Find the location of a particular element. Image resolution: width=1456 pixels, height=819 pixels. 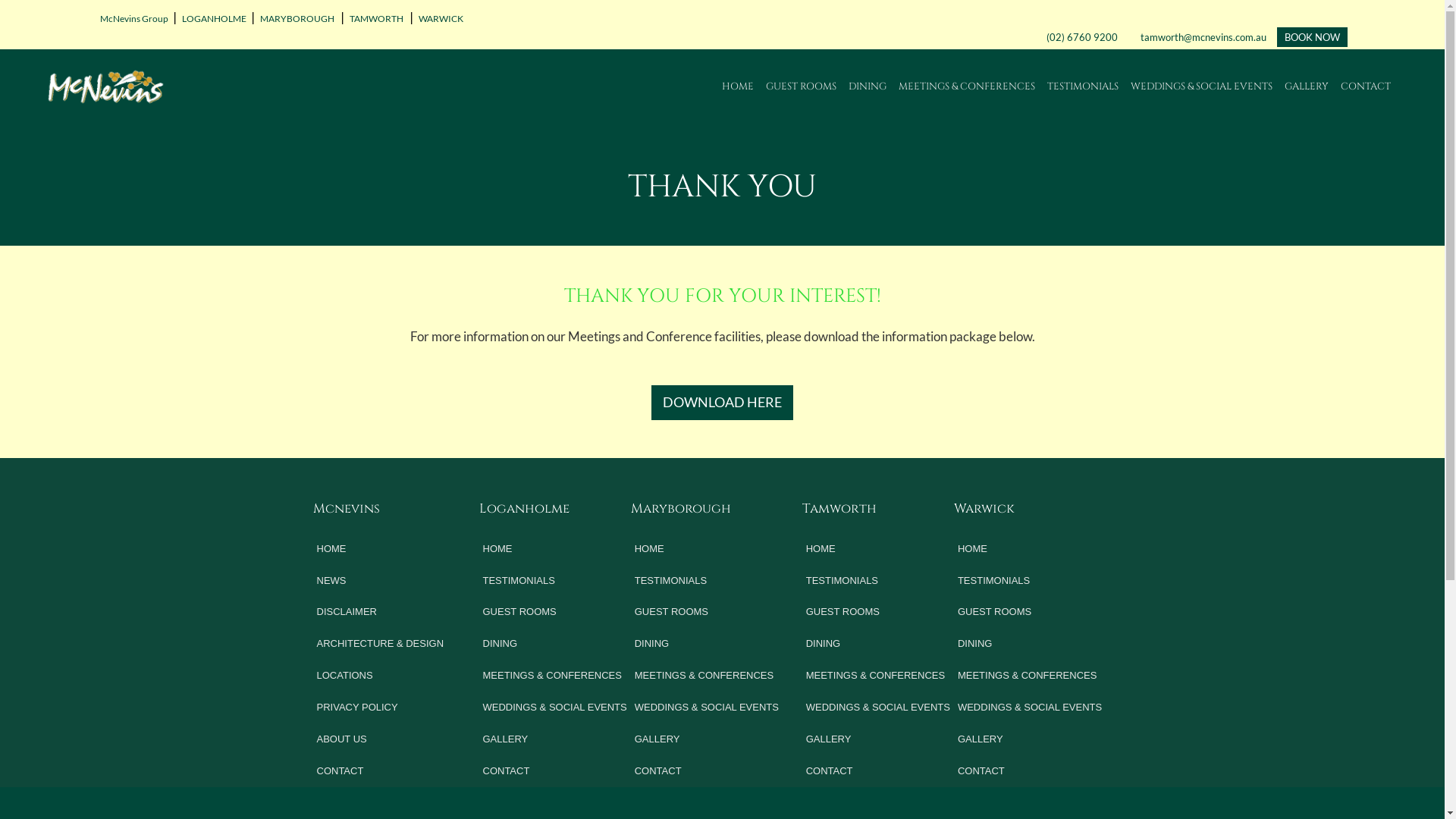

'GUEST ROOMS' is located at coordinates (556, 610).